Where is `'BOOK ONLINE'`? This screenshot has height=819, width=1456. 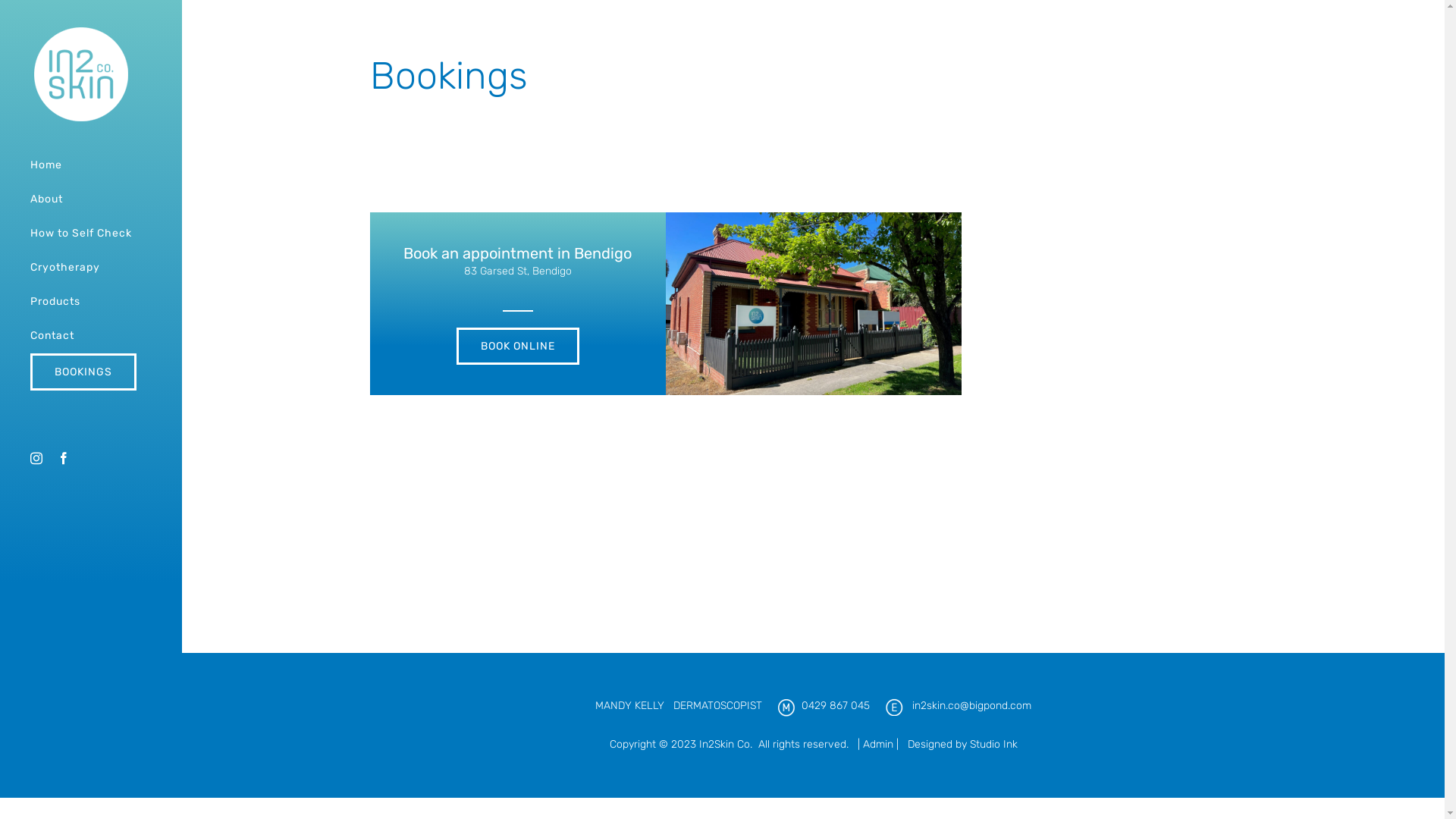 'BOOK ONLINE' is located at coordinates (517, 346).